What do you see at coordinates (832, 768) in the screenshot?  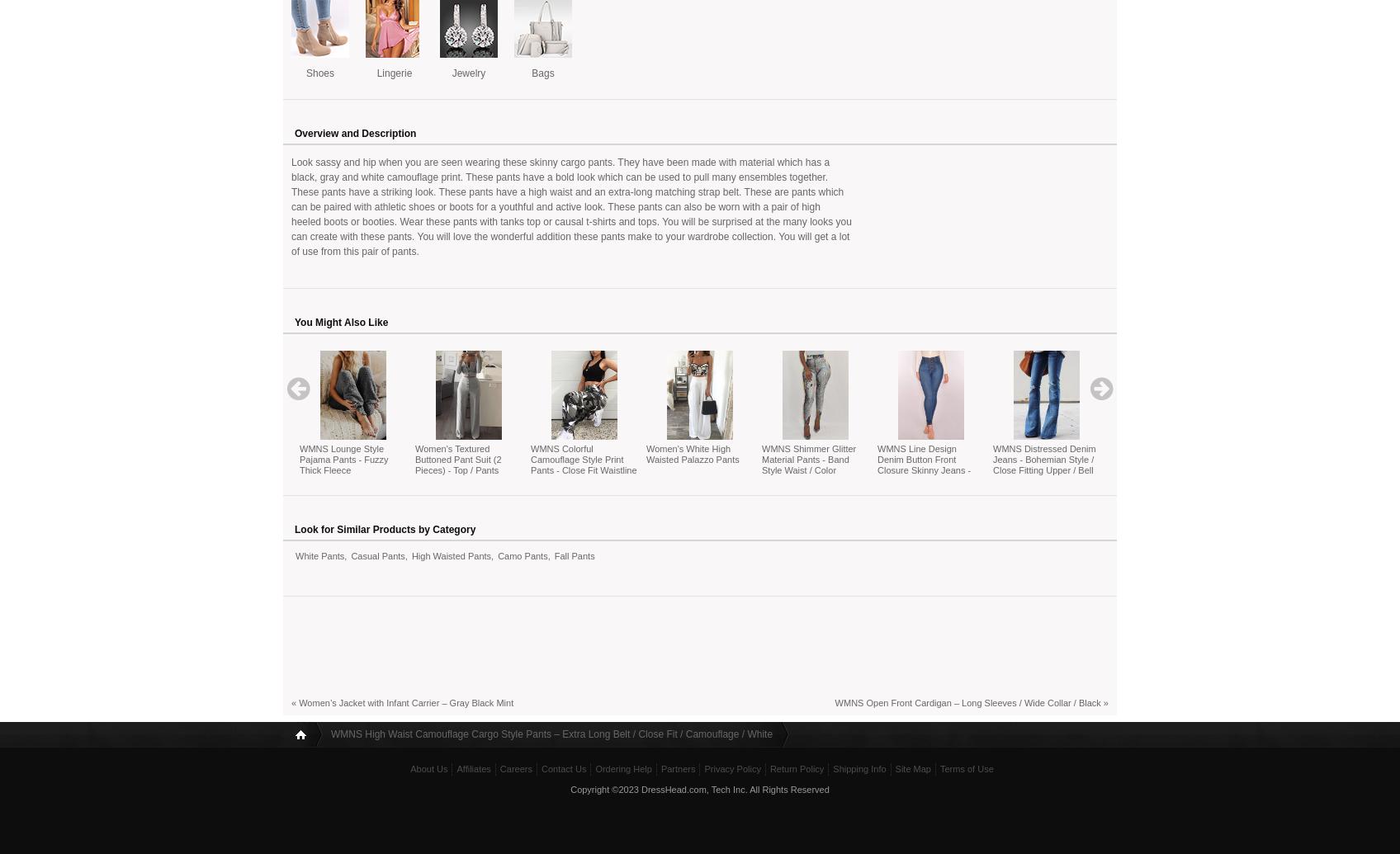 I see `'Shipping Info'` at bounding box center [832, 768].